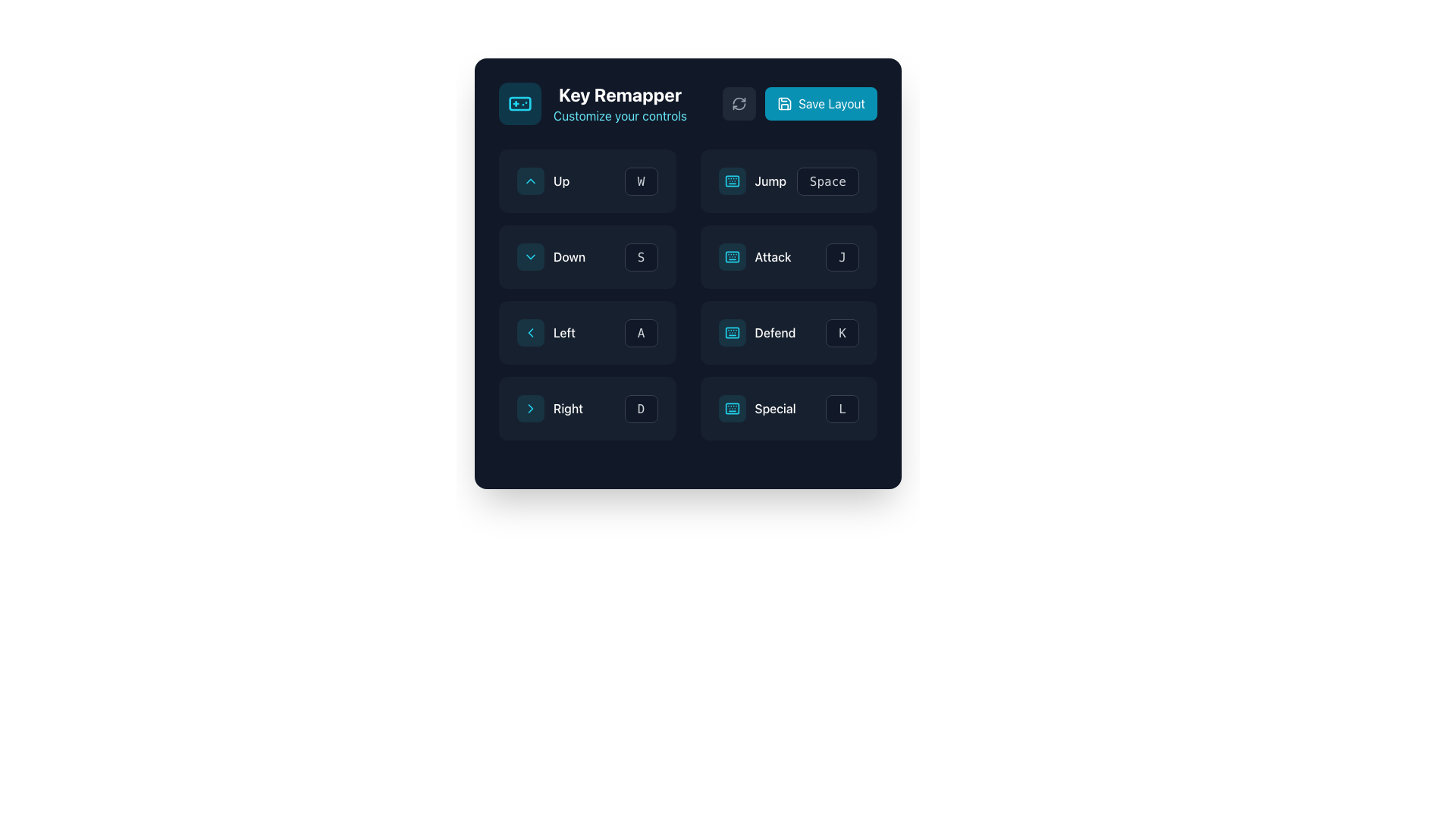 The image size is (1456, 819). What do you see at coordinates (732, 256) in the screenshot?
I see `the IconButton that represents the 'Attack' action, positioned in the middle row of the layout grid above the 'Attack' label` at bounding box center [732, 256].